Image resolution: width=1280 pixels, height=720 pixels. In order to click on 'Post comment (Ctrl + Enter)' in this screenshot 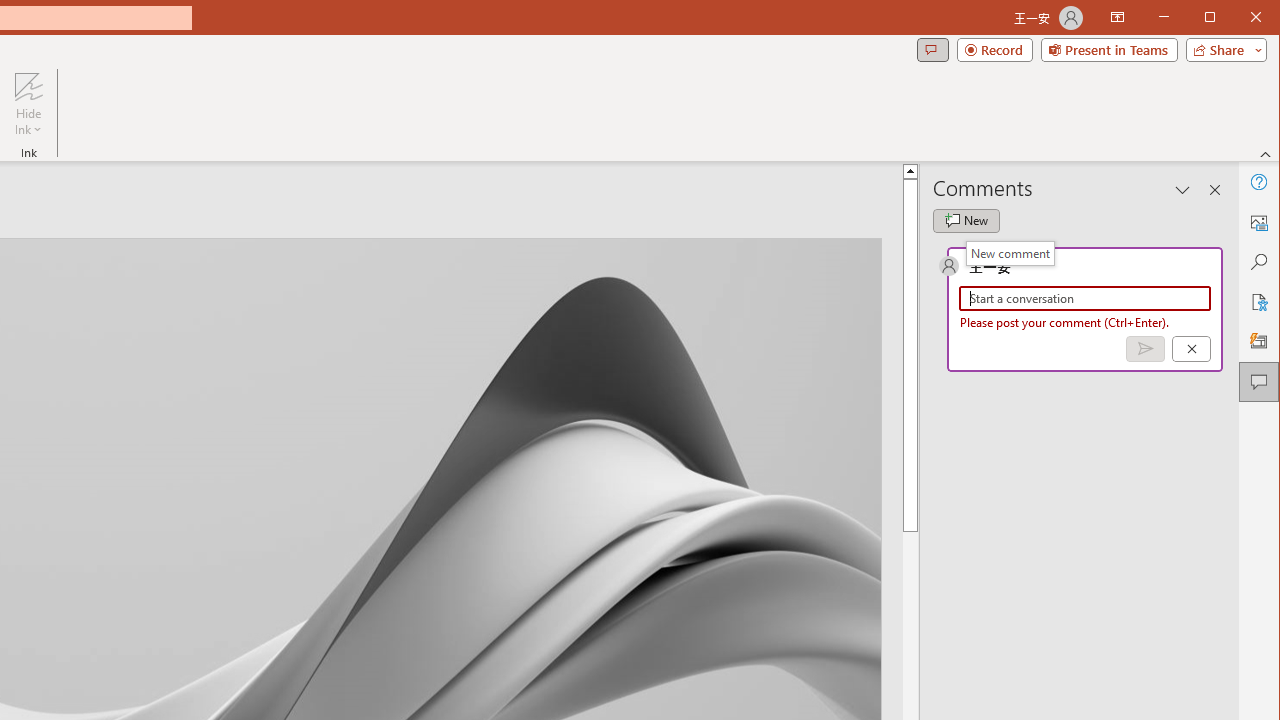, I will do `click(1145, 348)`.